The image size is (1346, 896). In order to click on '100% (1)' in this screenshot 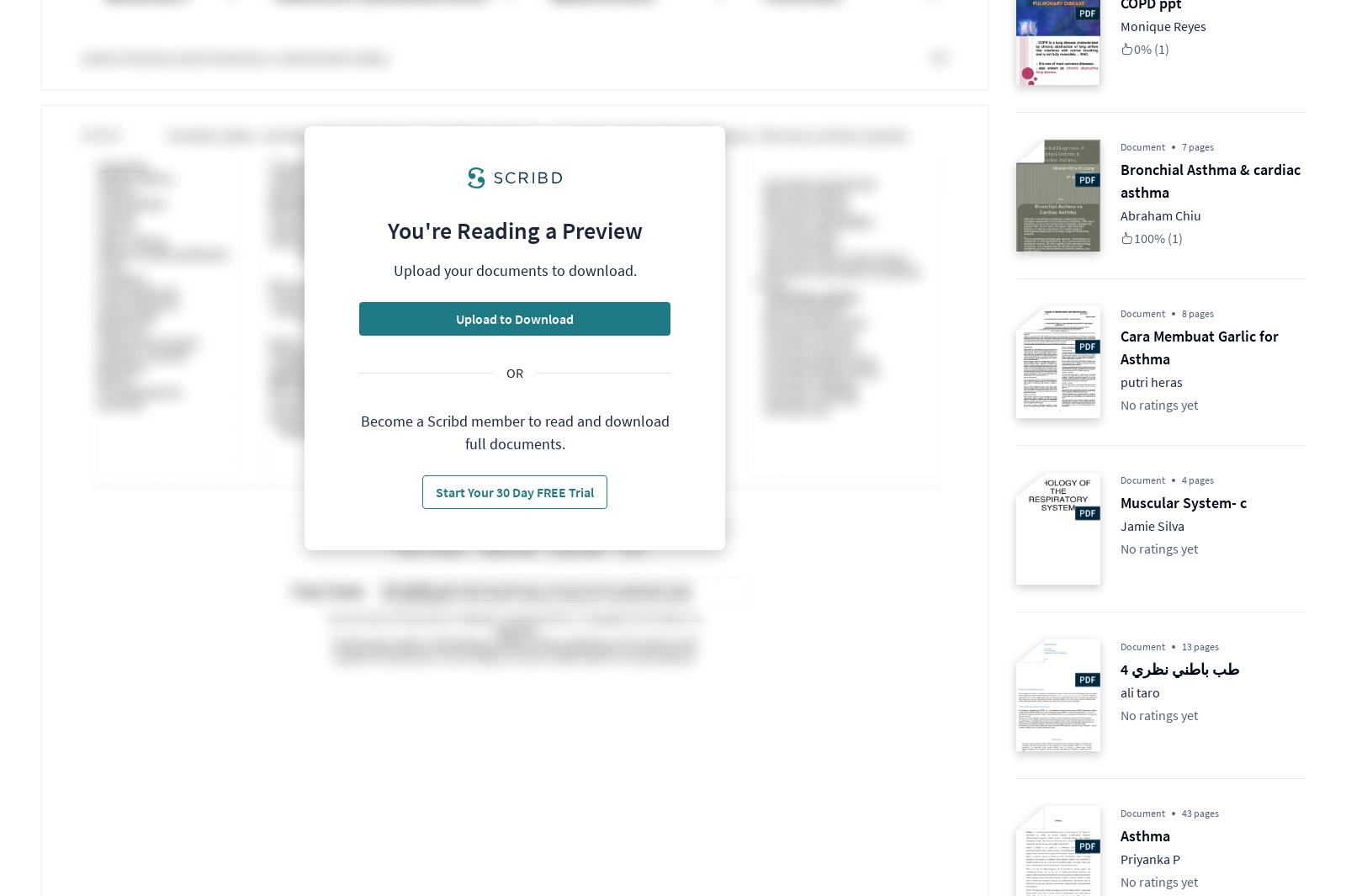, I will do `click(1133, 236)`.